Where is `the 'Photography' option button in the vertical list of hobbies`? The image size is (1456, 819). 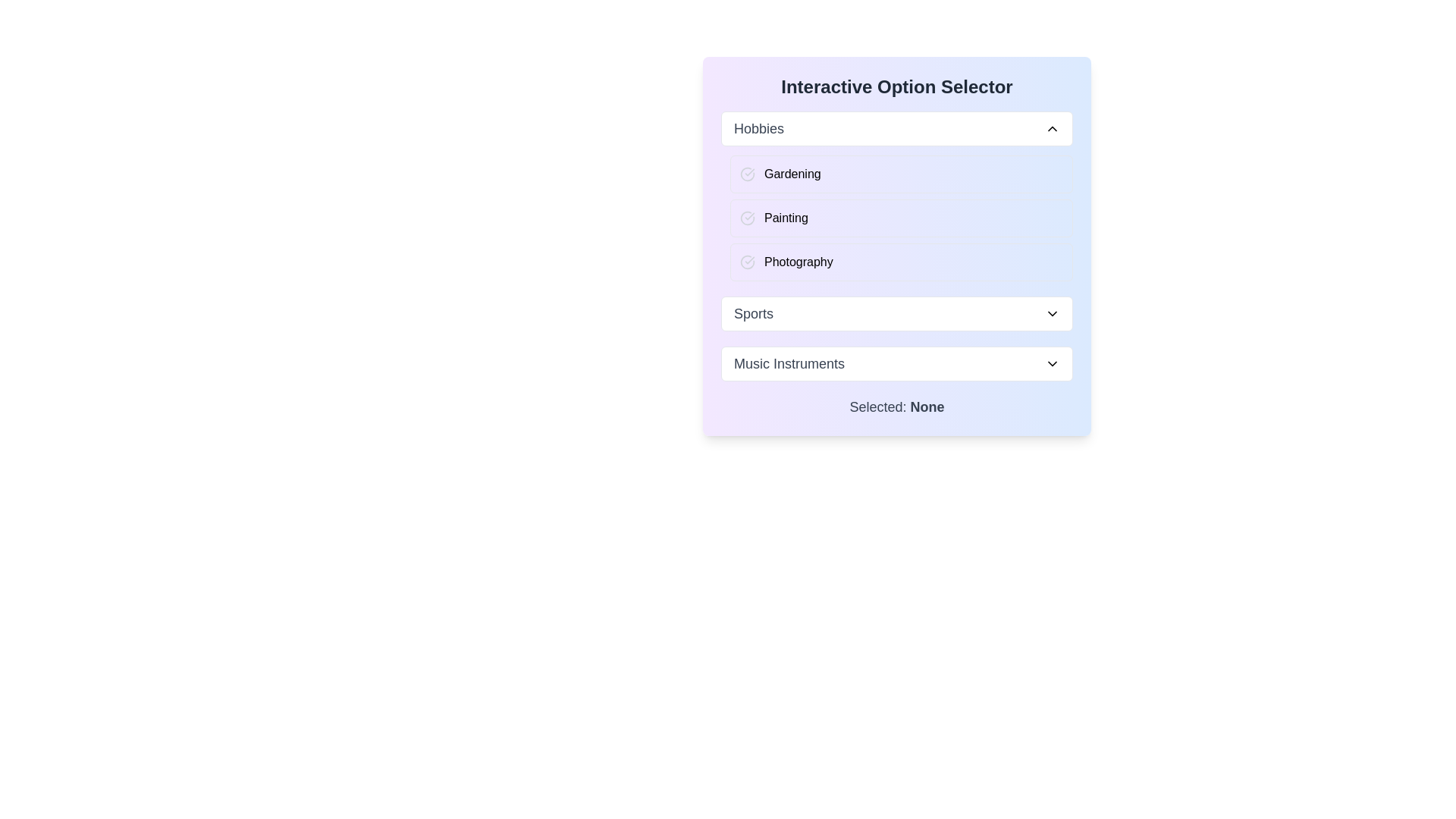
the 'Photography' option button in the vertical list of hobbies is located at coordinates (902, 262).